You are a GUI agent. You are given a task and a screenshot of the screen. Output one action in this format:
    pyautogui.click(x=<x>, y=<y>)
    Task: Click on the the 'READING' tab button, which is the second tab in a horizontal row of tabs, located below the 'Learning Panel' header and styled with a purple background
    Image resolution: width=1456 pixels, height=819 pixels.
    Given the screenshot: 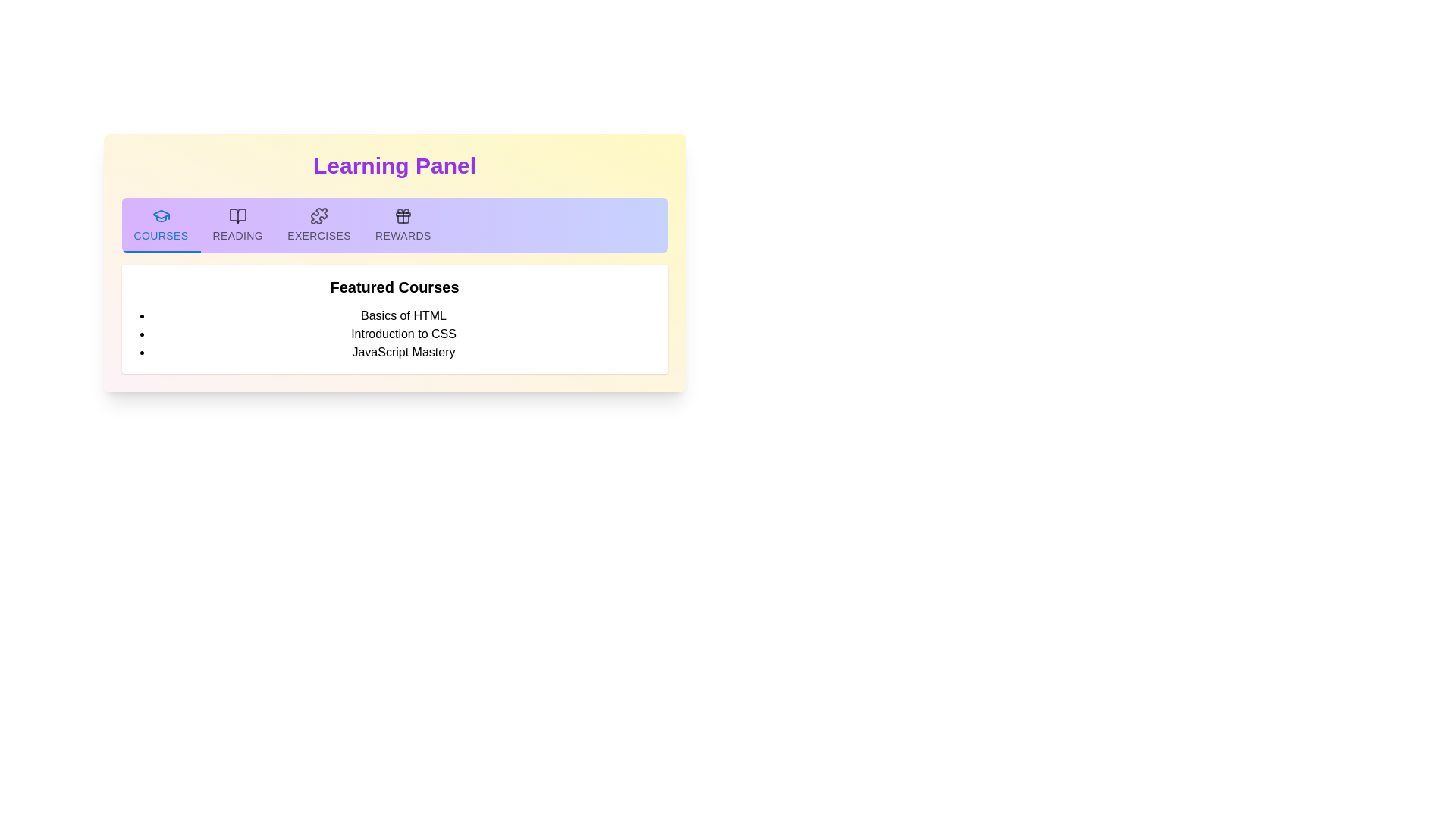 What is the action you would take?
    pyautogui.click(x=237, y=225)
    